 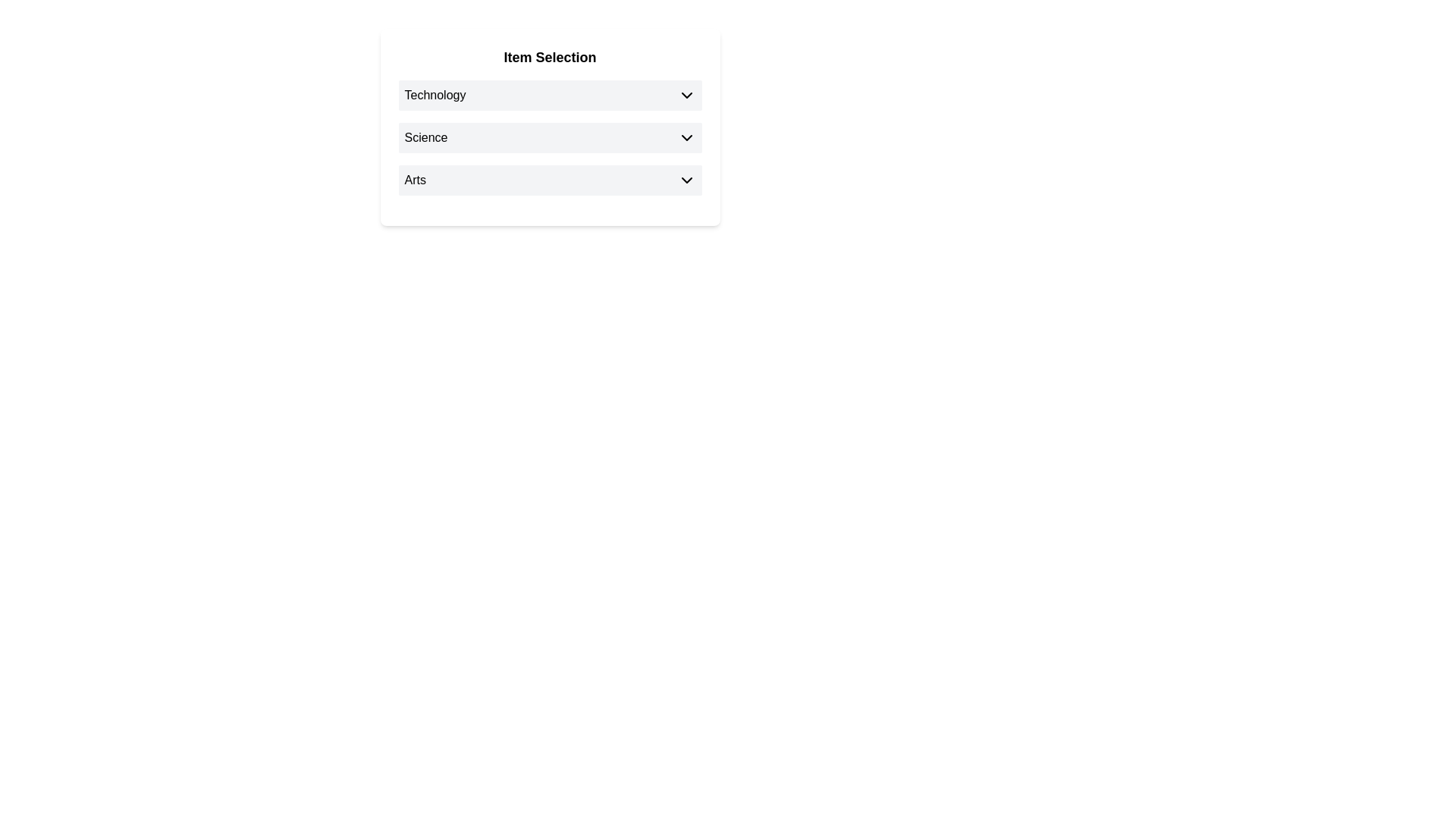 What do you see at coordinates (686, 96) in the screenshot?
I see `the downward-pointing chevron icon for the dropdown toggle on the 'Technology' button` at bounding box center [686, 96].